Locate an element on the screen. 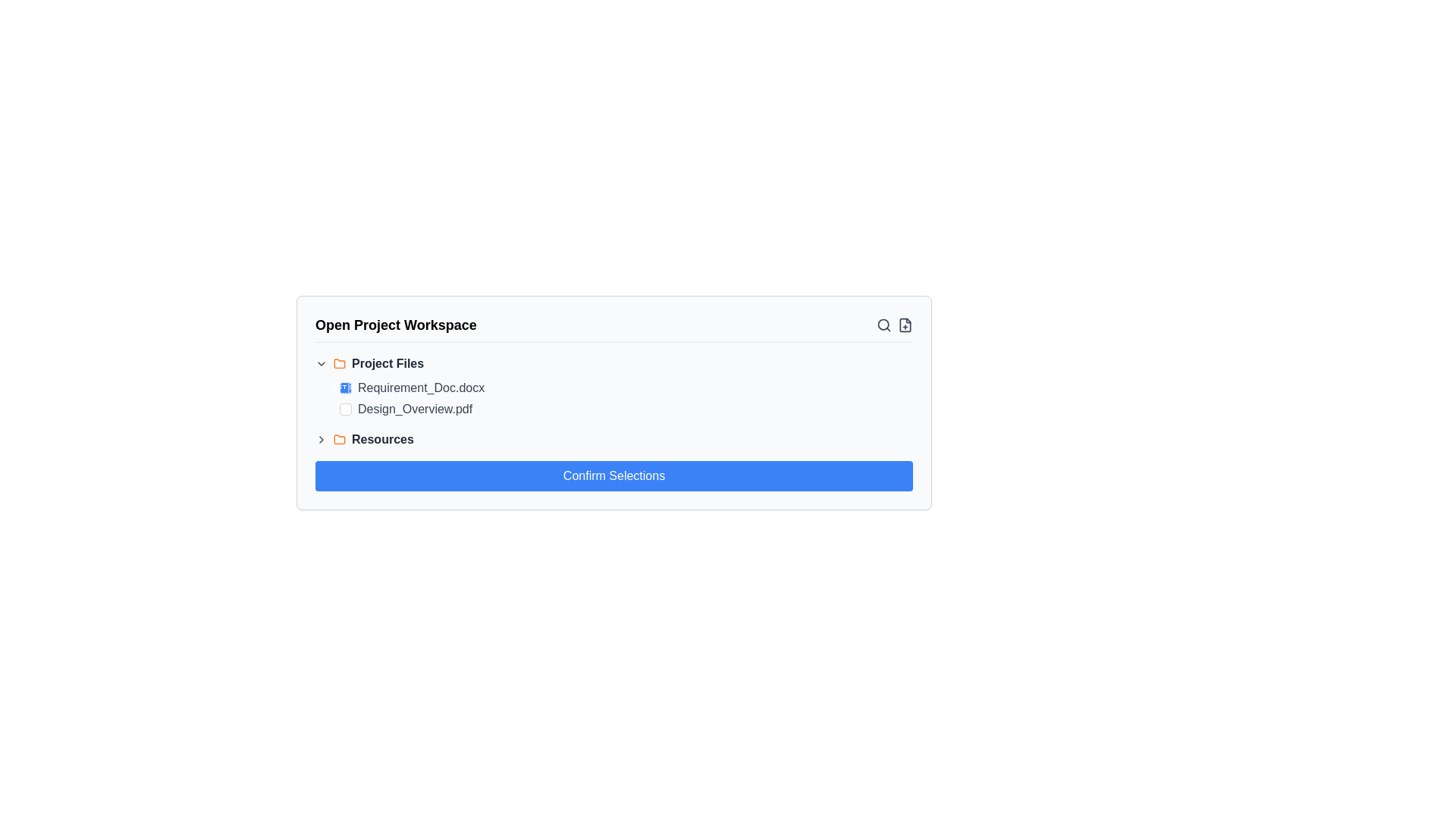  the interactive folder icon located at the bottom right part of the interface under the 'Resources' label is located at coordinates (338, 362).